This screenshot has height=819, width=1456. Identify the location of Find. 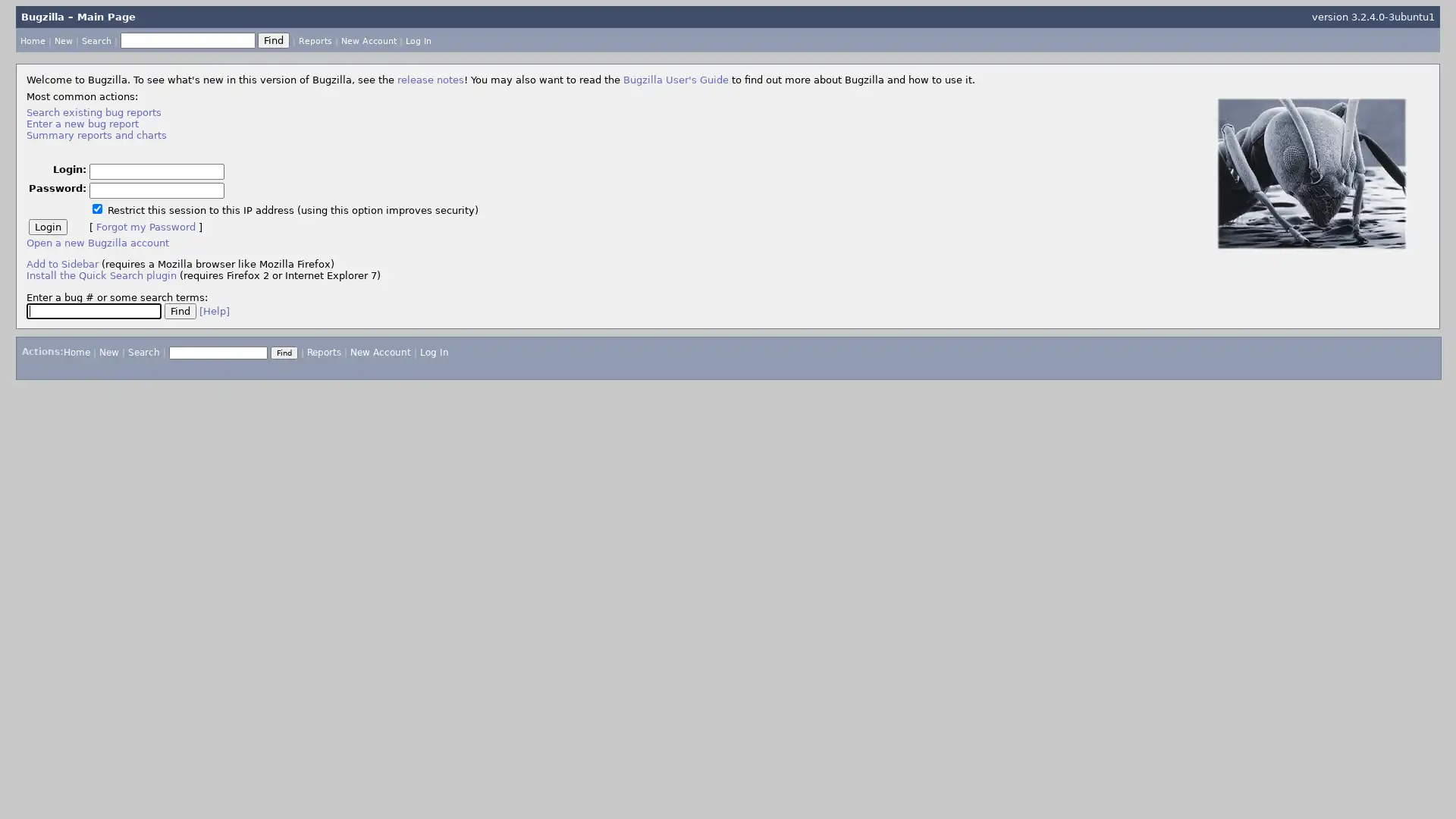
(273, 39).